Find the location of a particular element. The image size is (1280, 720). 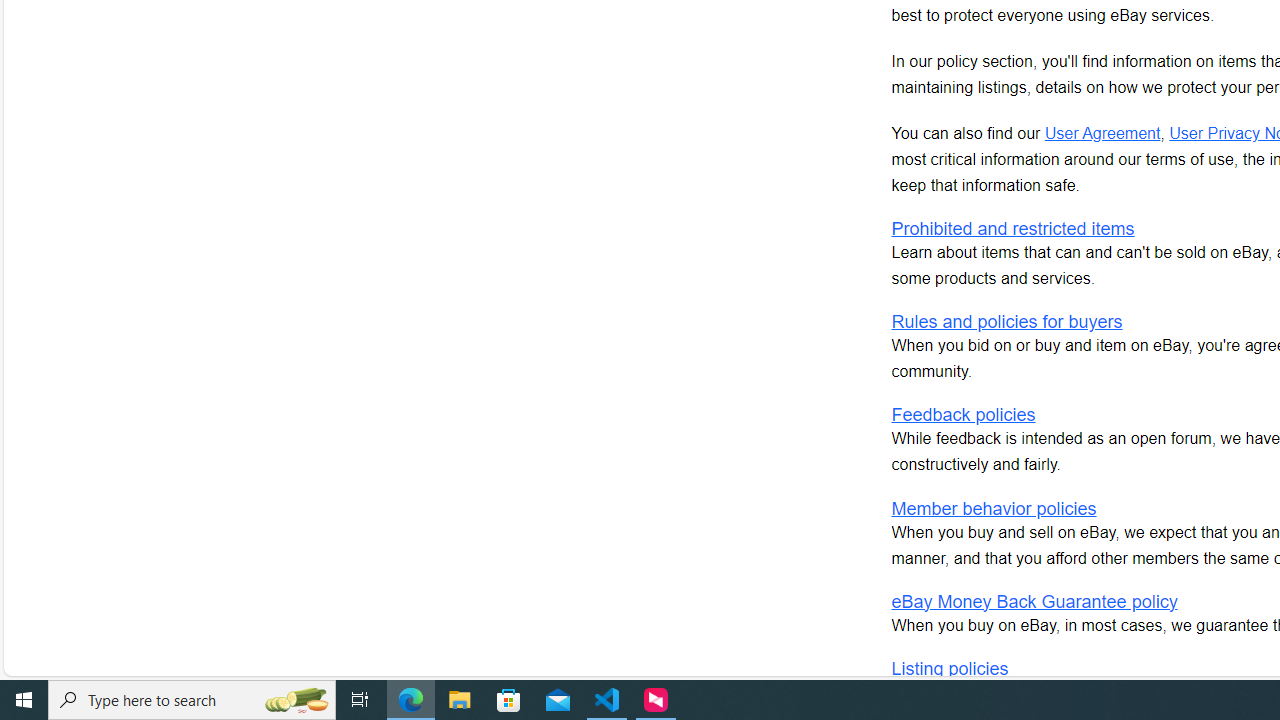

'Listing policies' is located at coordinates (948, 668).